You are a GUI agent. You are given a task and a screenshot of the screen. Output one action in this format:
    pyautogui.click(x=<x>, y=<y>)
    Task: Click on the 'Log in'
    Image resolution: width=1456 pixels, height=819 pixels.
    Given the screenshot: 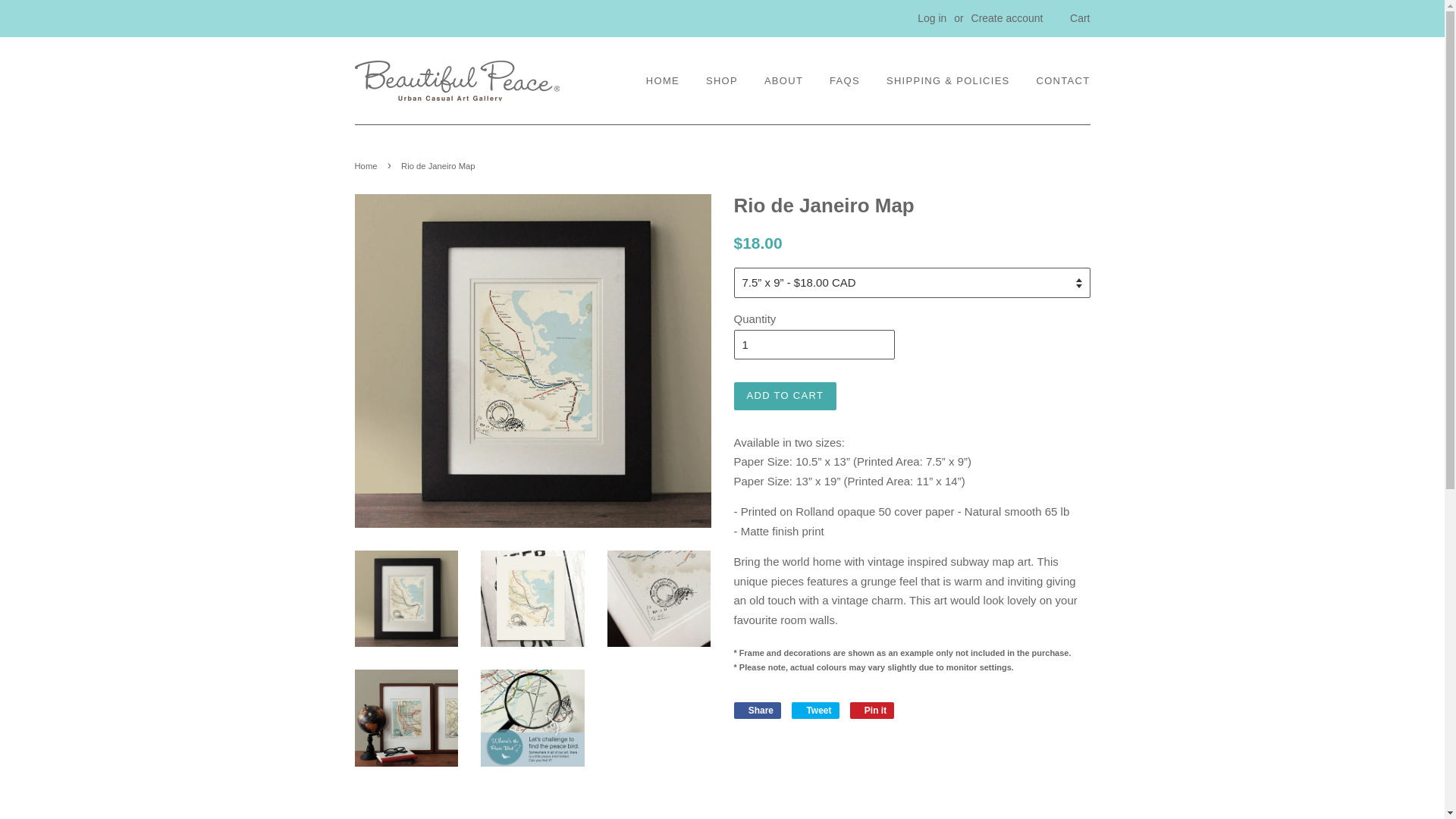 What is the action you would take?
    pyautogui.click(x=930, y=17)
    